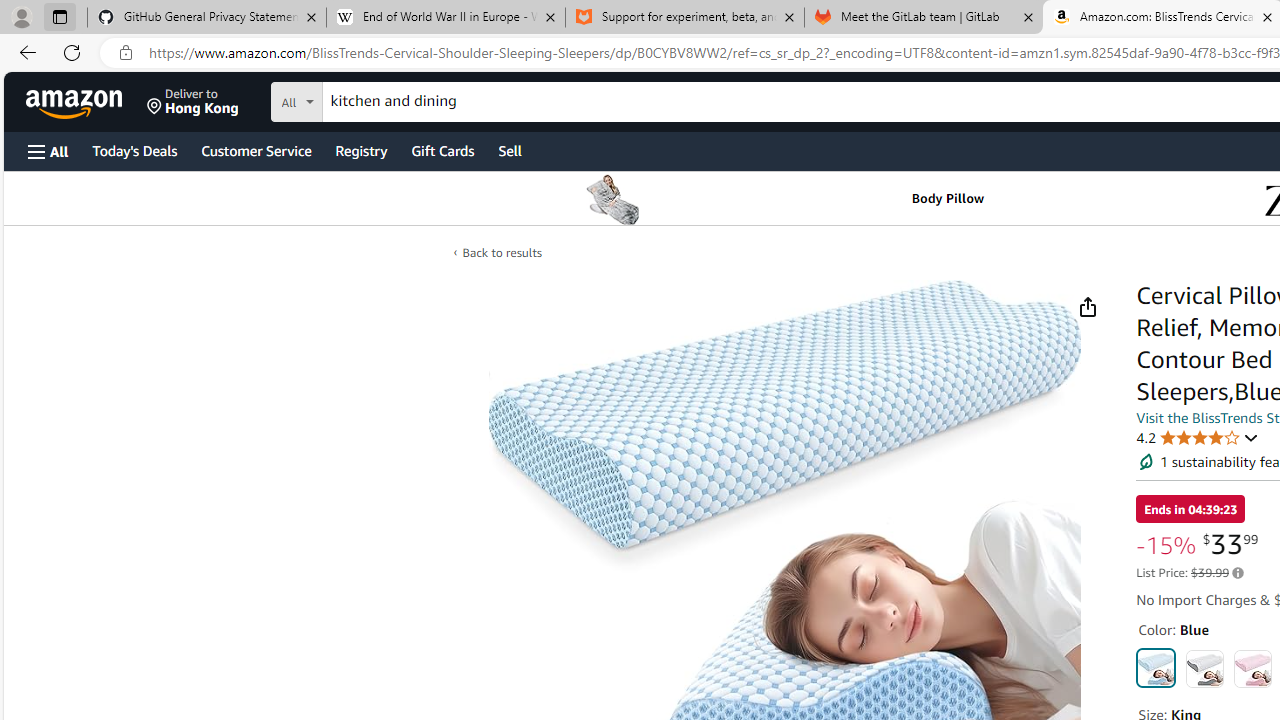  Describe the element at coordinates (255, 149) in the screenshot. I see `'Customer Service'` at that location.